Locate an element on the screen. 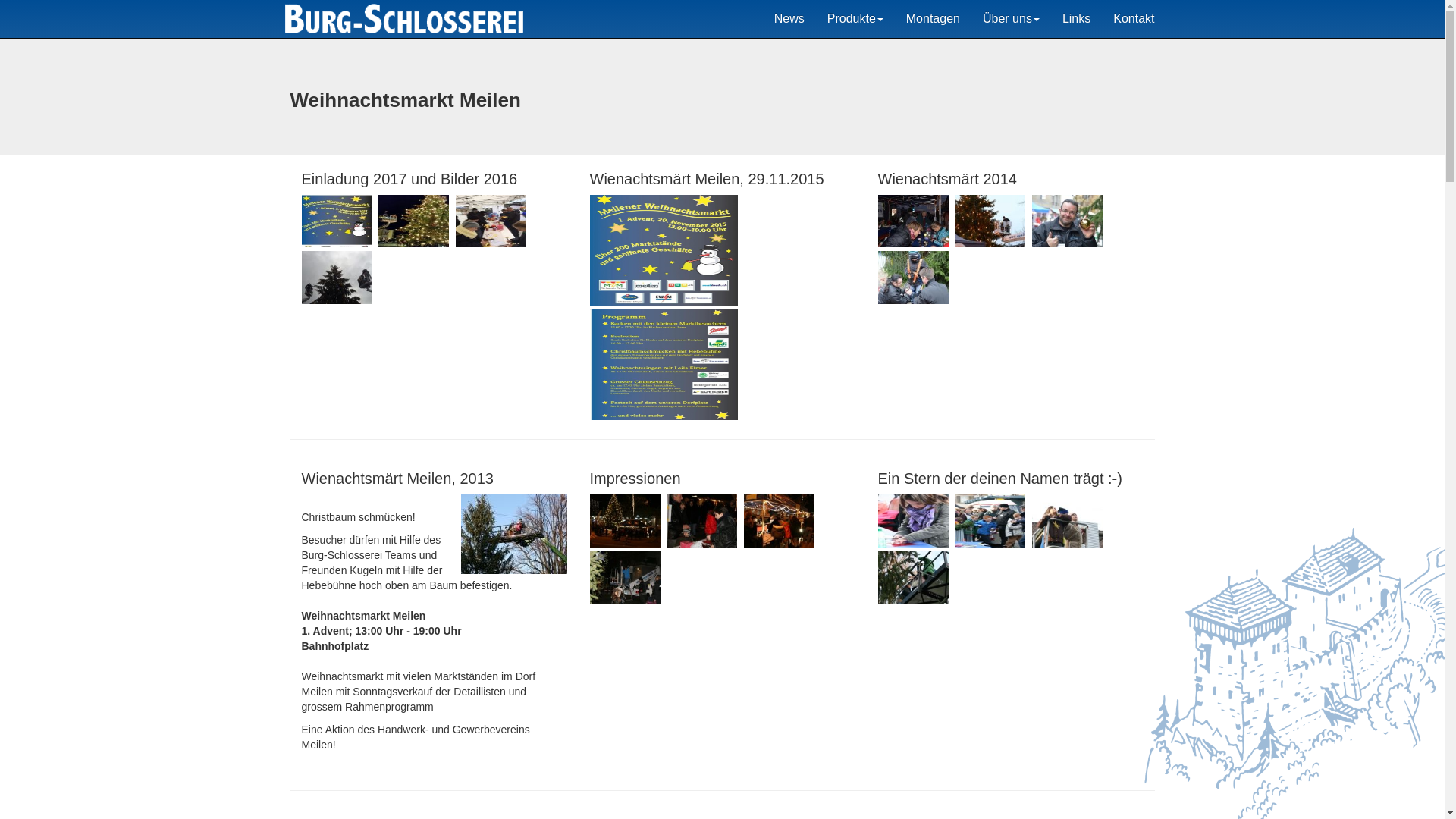 The width and height of the screenshot is (1456, 819). 'Produkte' is located at coordinates (855, 18).